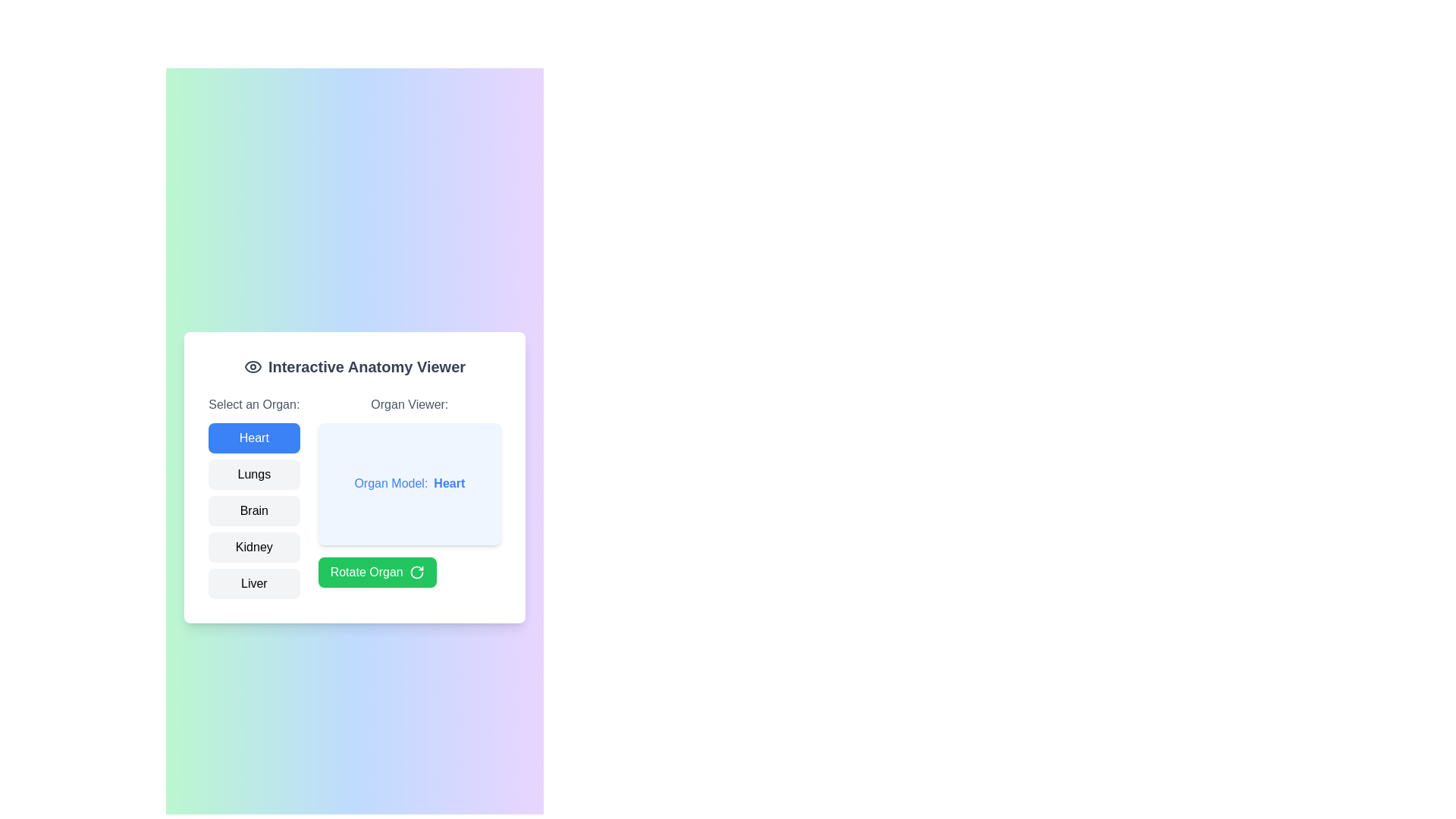  Describe the element at coordinates (254, 511) in the screenshot. I see `the button labeled 'Brain', which is a rectangular button with rounded corners, located under the 'Select an Organ' section, positioned below the 'Lungs' button and above the 'Kidney' button` at that location.